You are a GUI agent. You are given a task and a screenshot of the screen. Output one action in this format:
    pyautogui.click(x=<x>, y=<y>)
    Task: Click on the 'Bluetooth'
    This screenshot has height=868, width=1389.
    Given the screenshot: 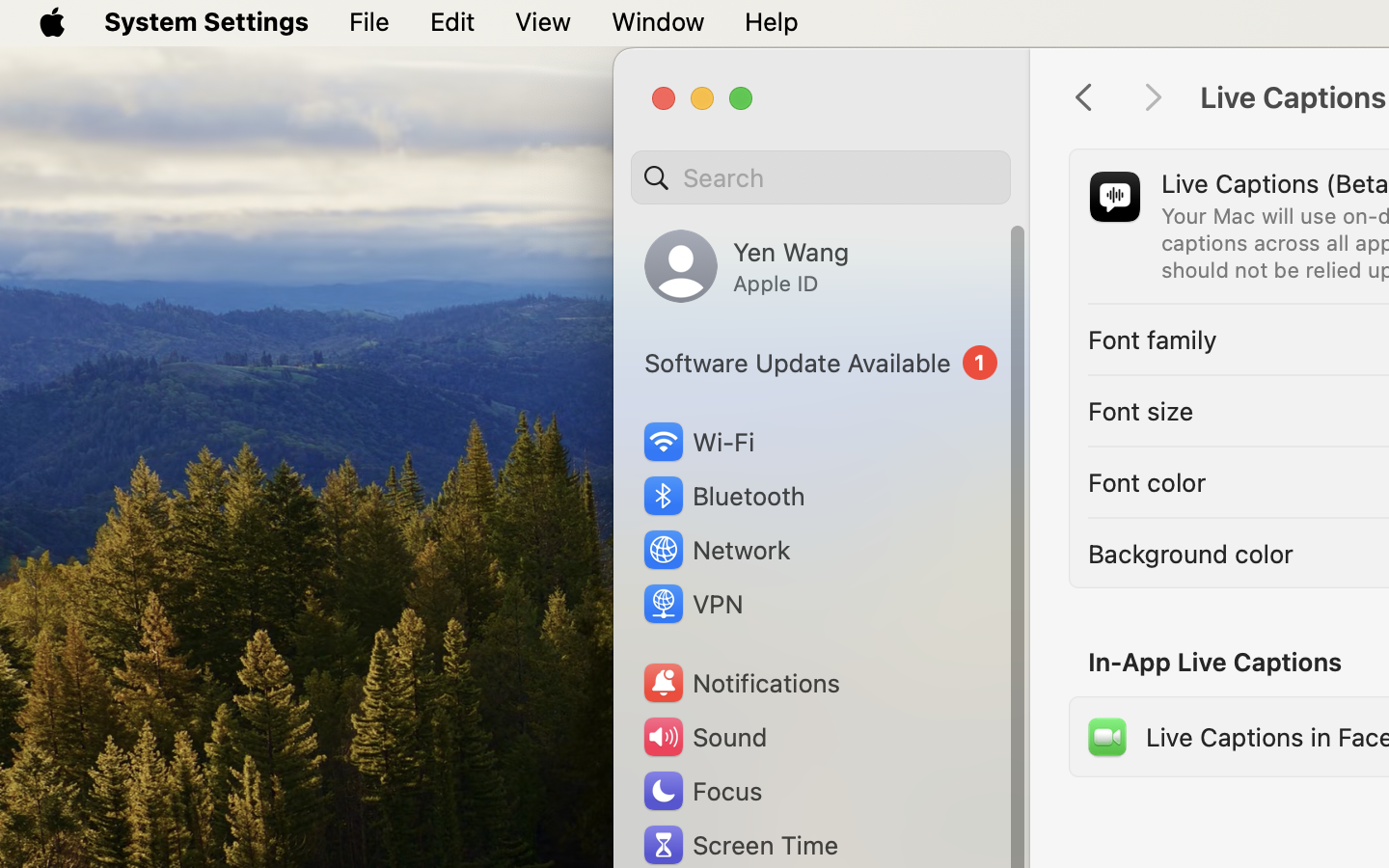 What is the action you would take?
    pyautogui.click(x=722, y=494)
    